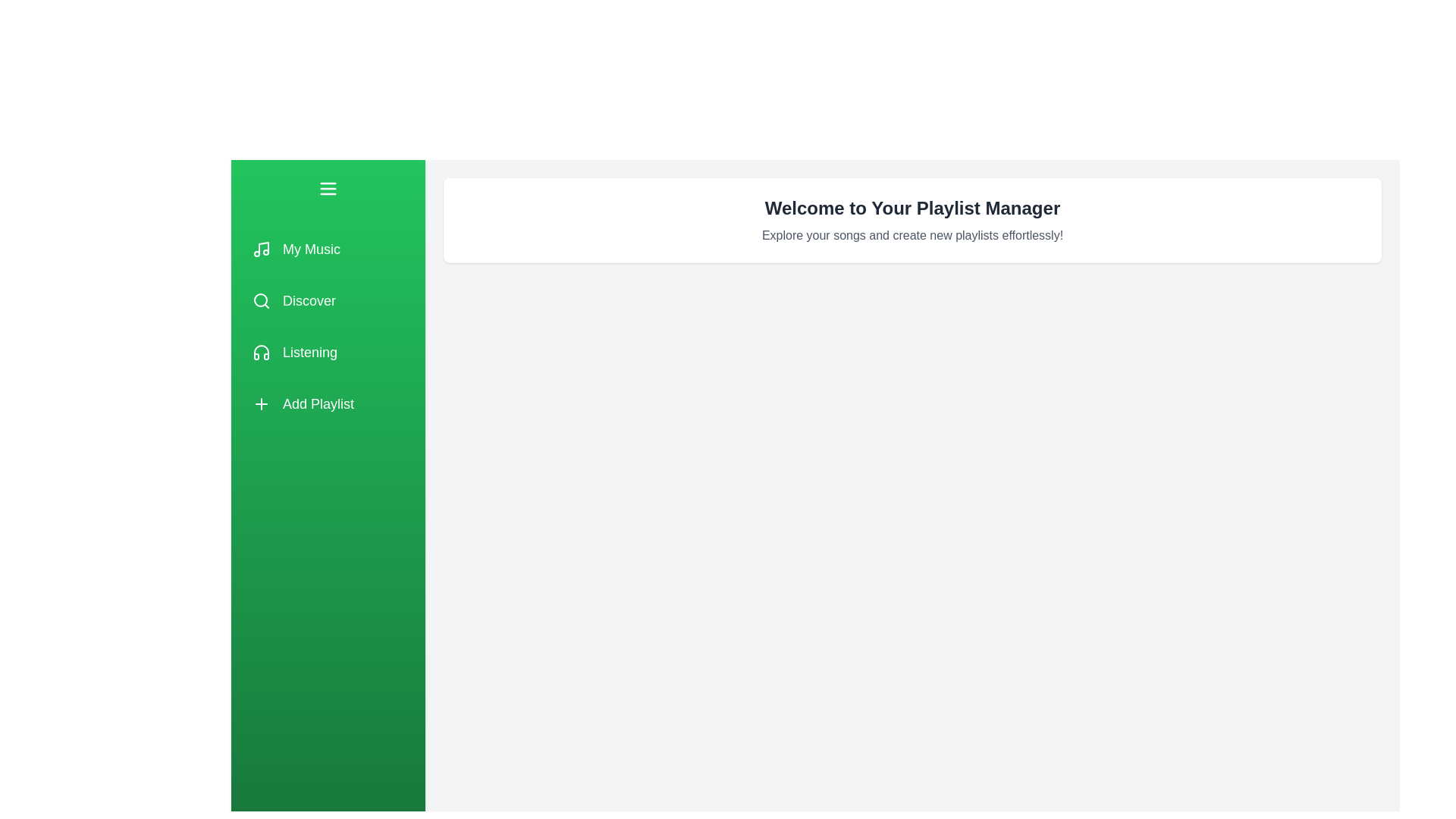  Describe the element at coordinates (327, 248) in the screenshot. I see `the playlist option labeled My Music` at that location.